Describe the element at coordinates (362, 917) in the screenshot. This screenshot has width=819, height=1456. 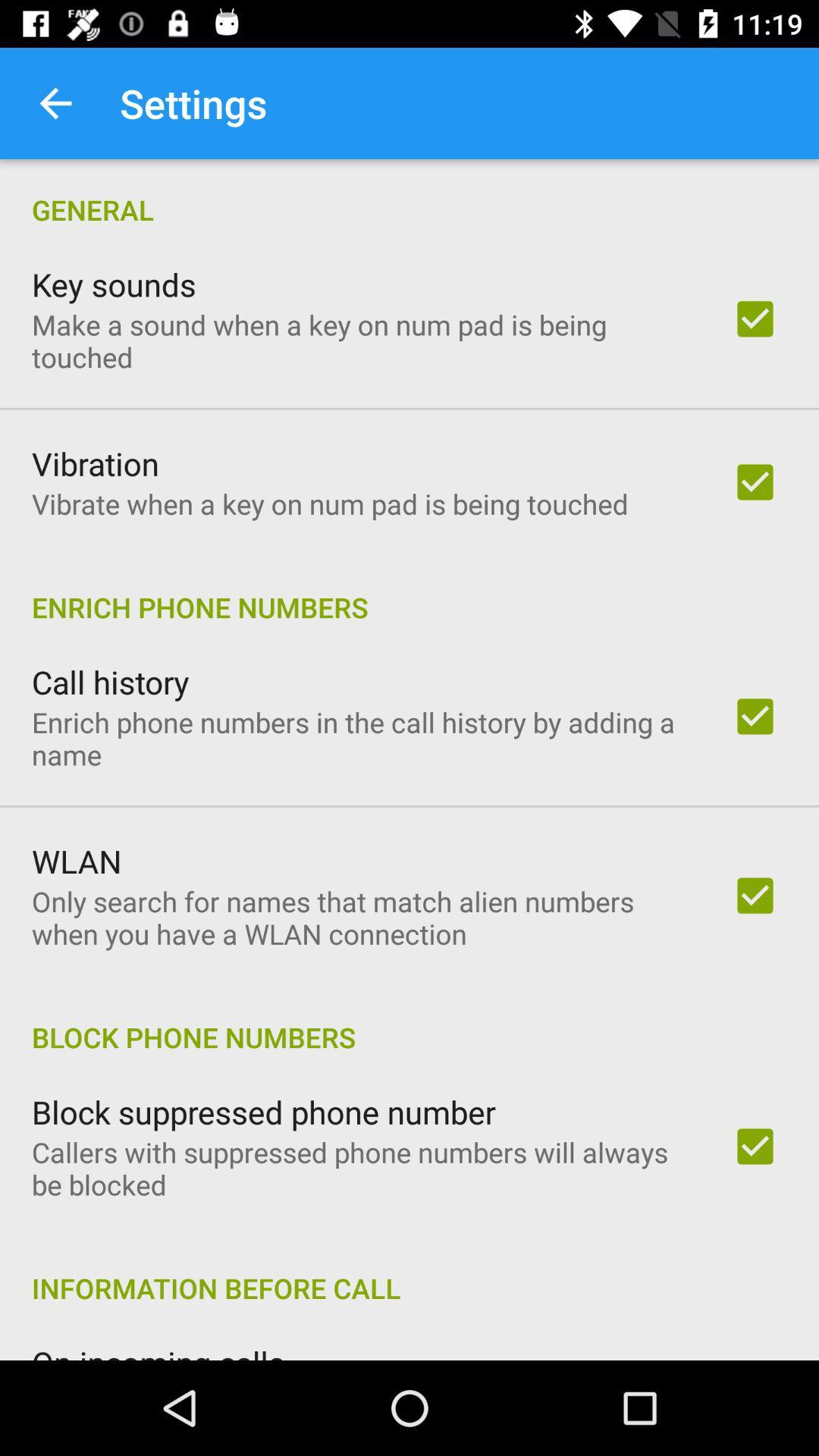
I see `icon below wlan icon` at that location.